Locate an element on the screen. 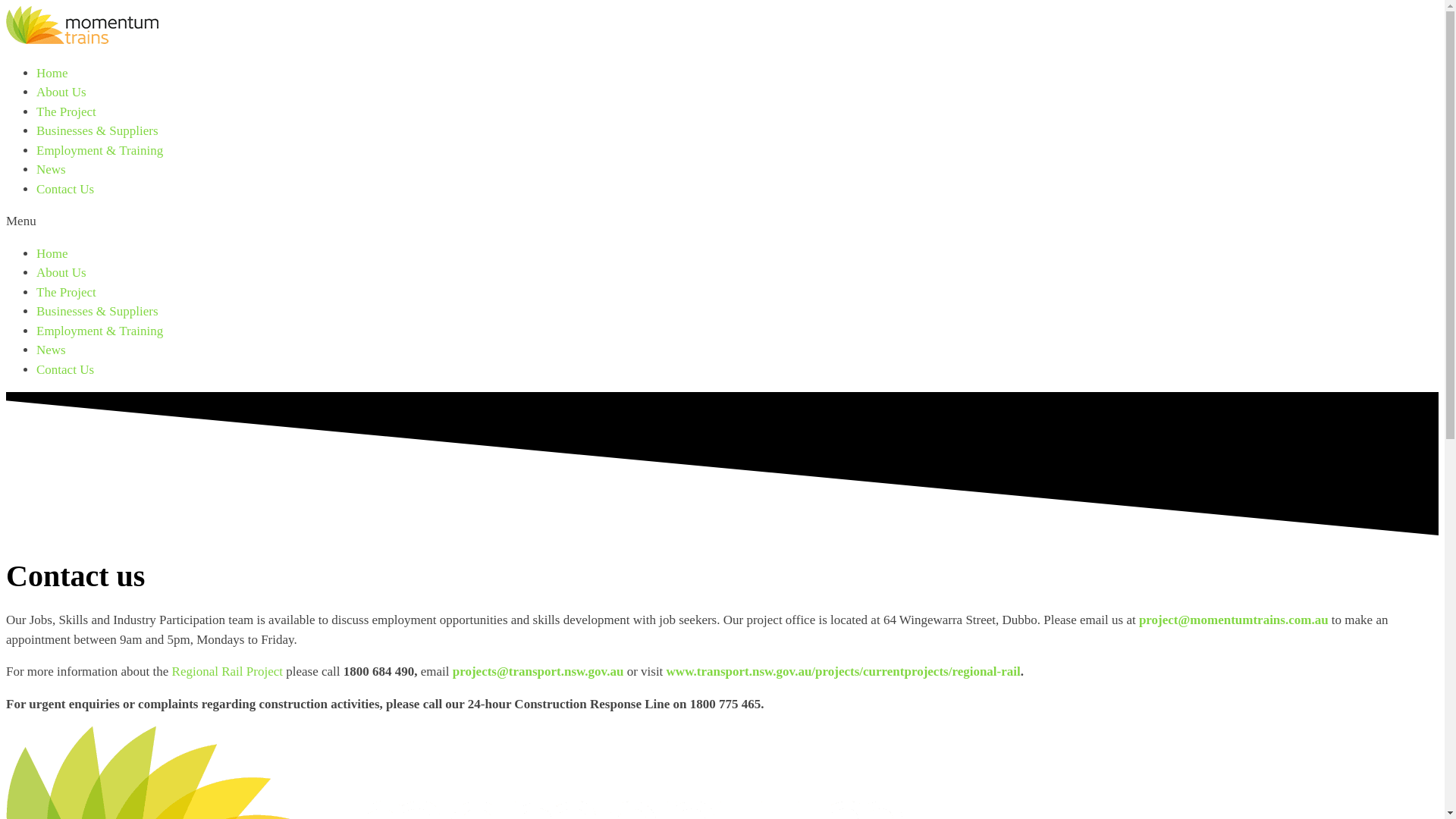  'Home' is located at coordinates (52, 72).